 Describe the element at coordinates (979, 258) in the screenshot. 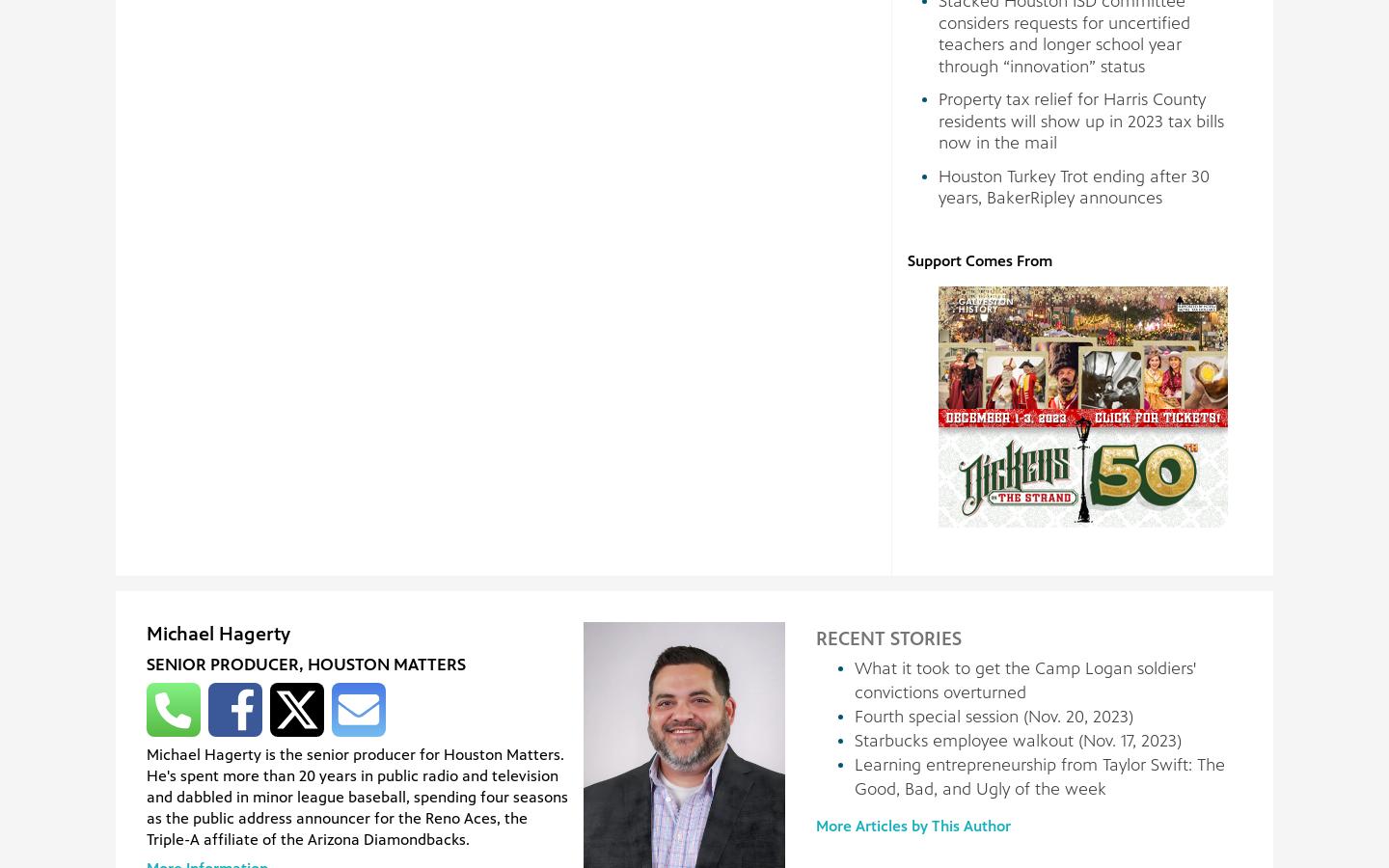

I see `'Support Comes From'` at that location.